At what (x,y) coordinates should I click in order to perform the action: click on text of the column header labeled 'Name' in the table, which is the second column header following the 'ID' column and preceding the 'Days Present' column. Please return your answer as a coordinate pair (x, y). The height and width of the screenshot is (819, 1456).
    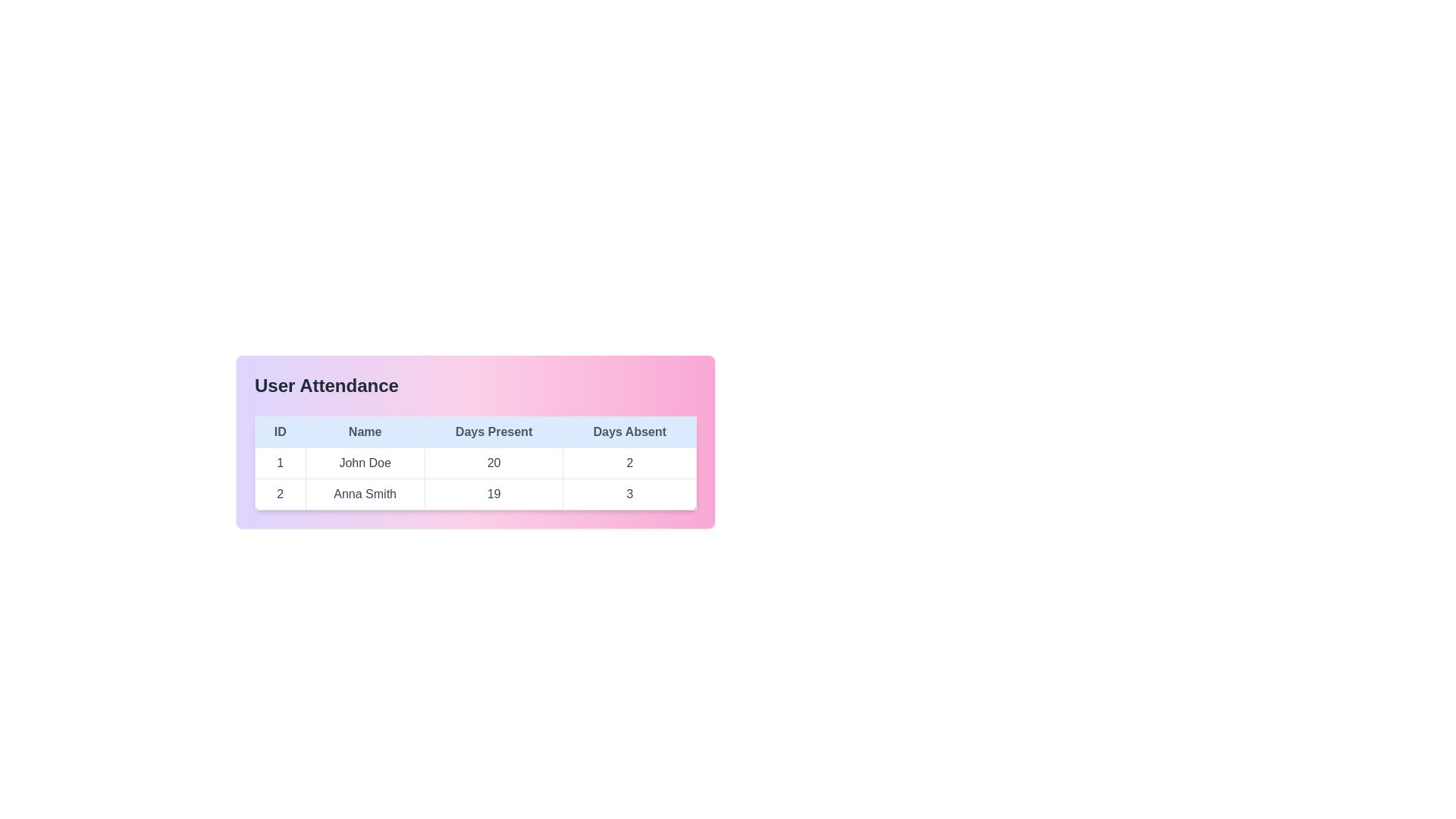
    Looking at the image, I should click on (365, 432).